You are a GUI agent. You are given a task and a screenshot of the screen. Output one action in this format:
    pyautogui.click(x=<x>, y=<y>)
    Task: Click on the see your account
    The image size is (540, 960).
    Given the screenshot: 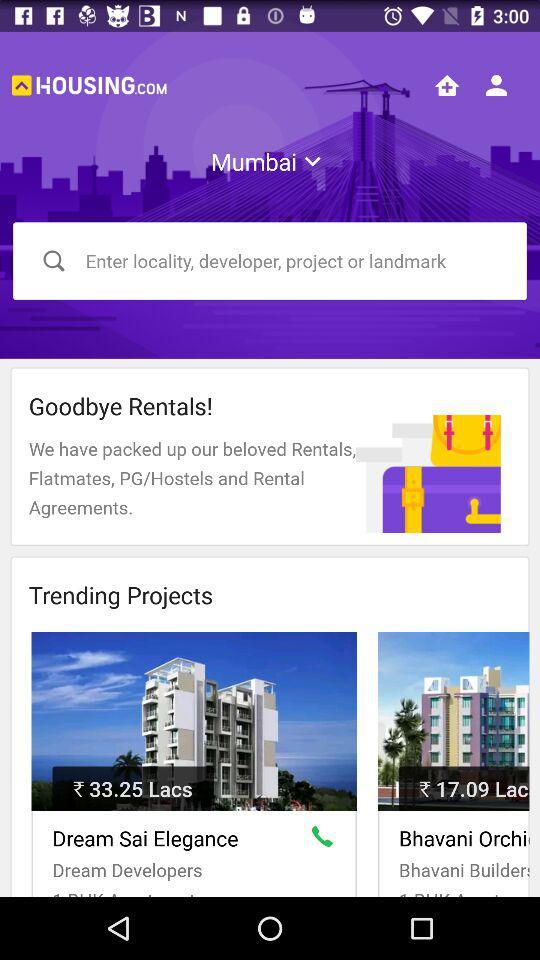 What is the action you would take?
    pyautogui.click(x=495, y=85)
    